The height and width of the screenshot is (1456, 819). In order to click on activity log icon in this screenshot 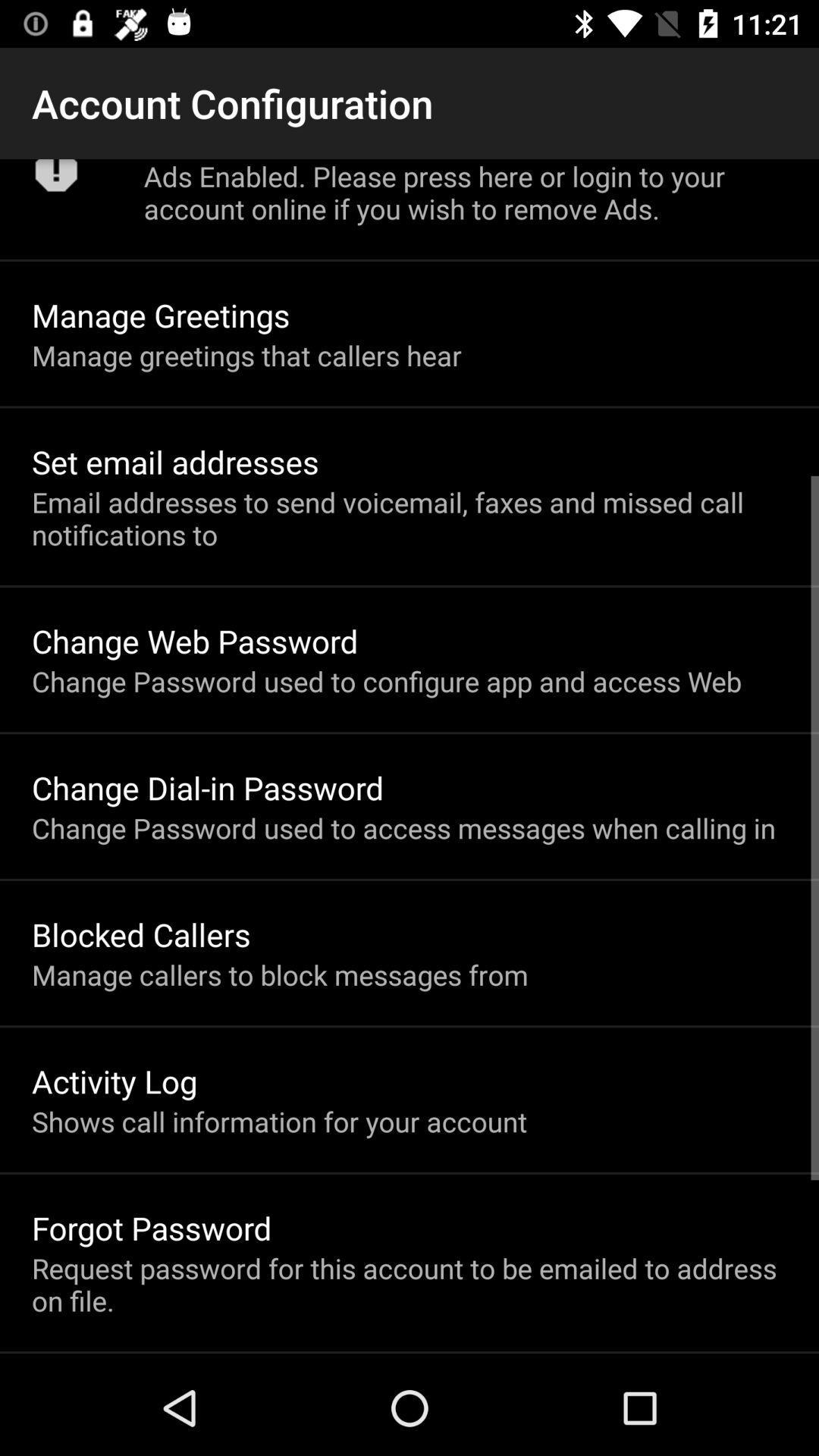, I will do `click(114, 1080)`.